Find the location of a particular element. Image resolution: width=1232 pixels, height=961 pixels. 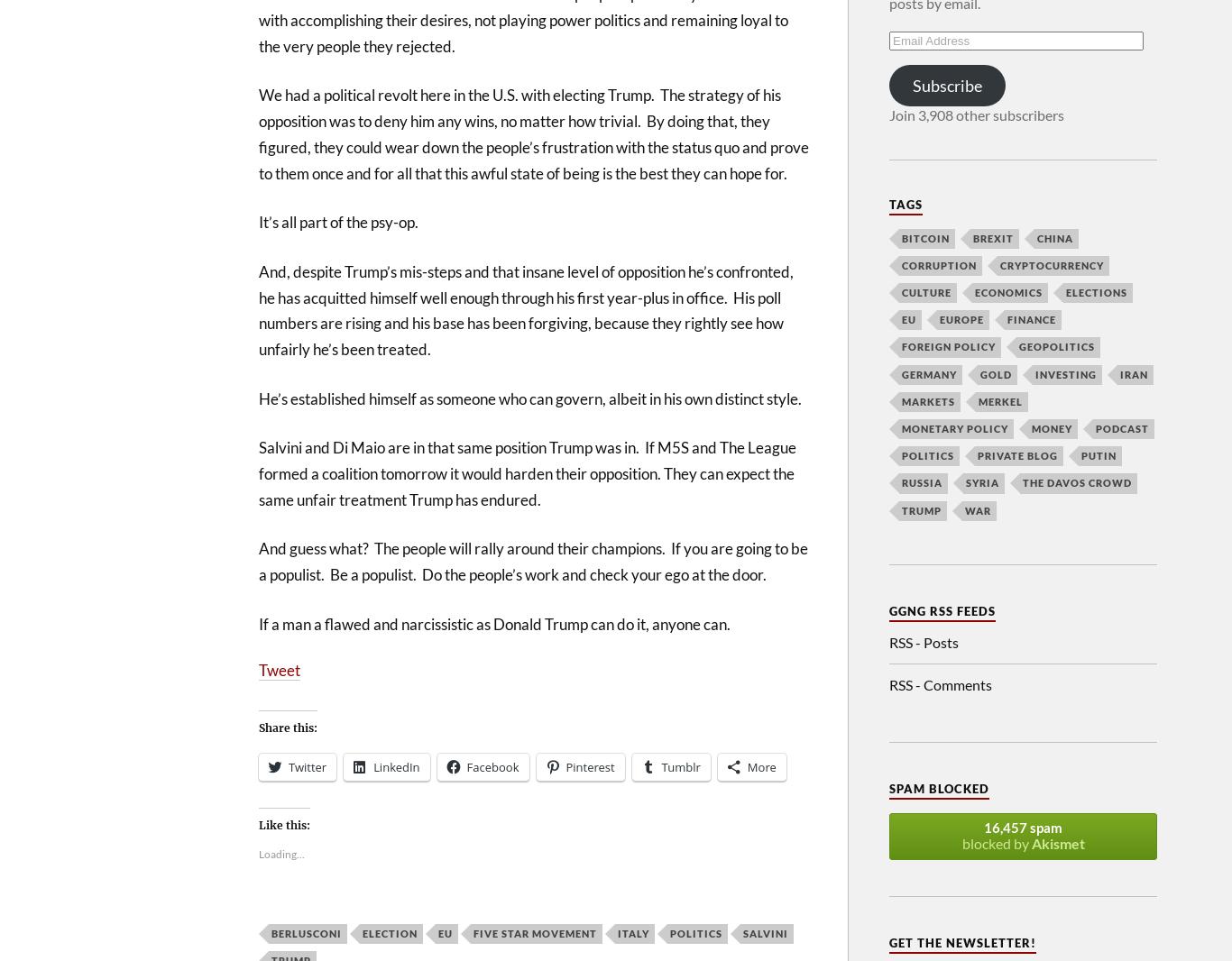

'Facebook' is located at coordinates (492, 766).